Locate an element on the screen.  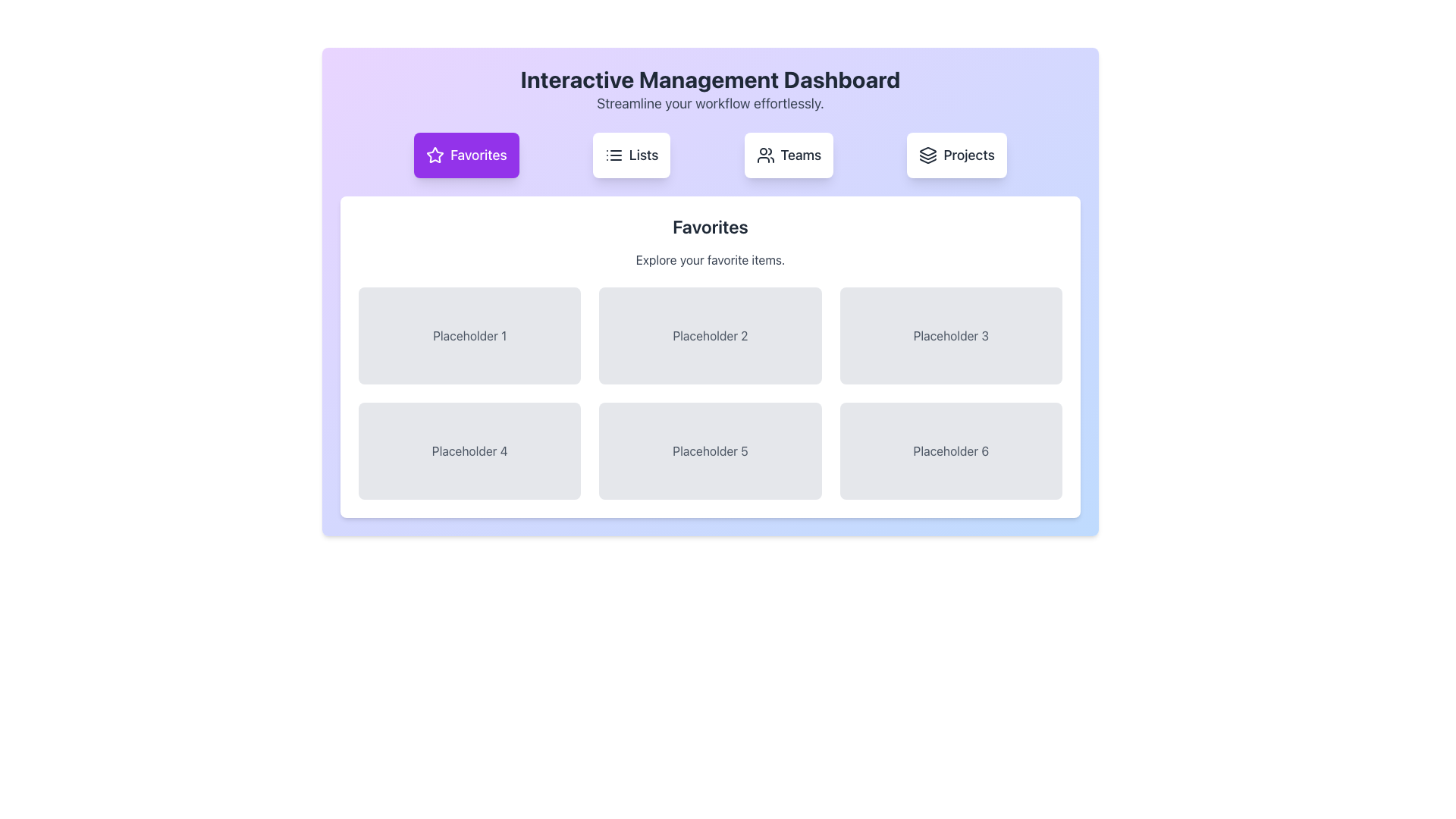
the 'Lists' text label within the button is located at coordinates (644, 155).